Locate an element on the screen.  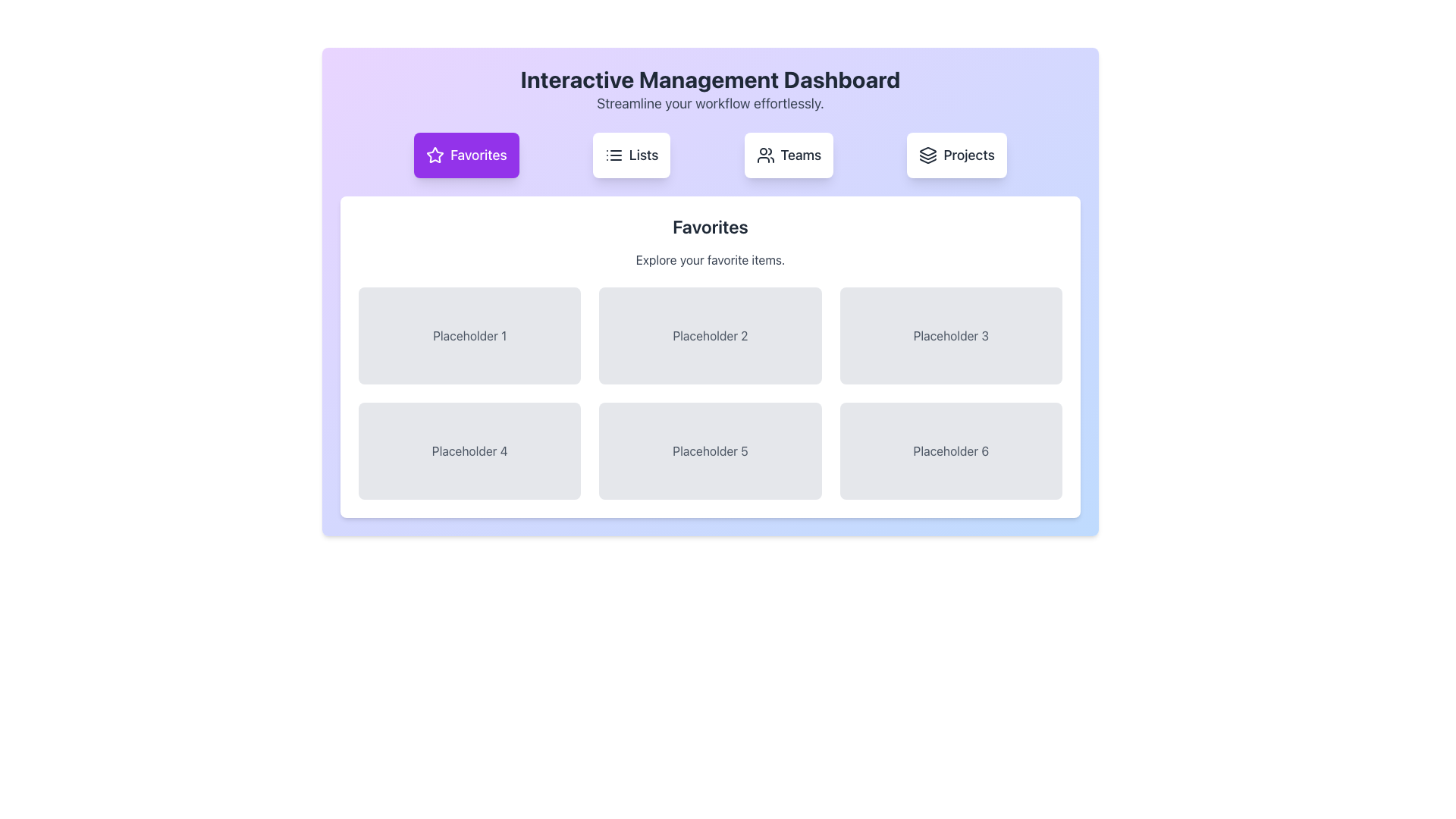
the 'Lists' text label within the button is located at coordinates (644, 155).